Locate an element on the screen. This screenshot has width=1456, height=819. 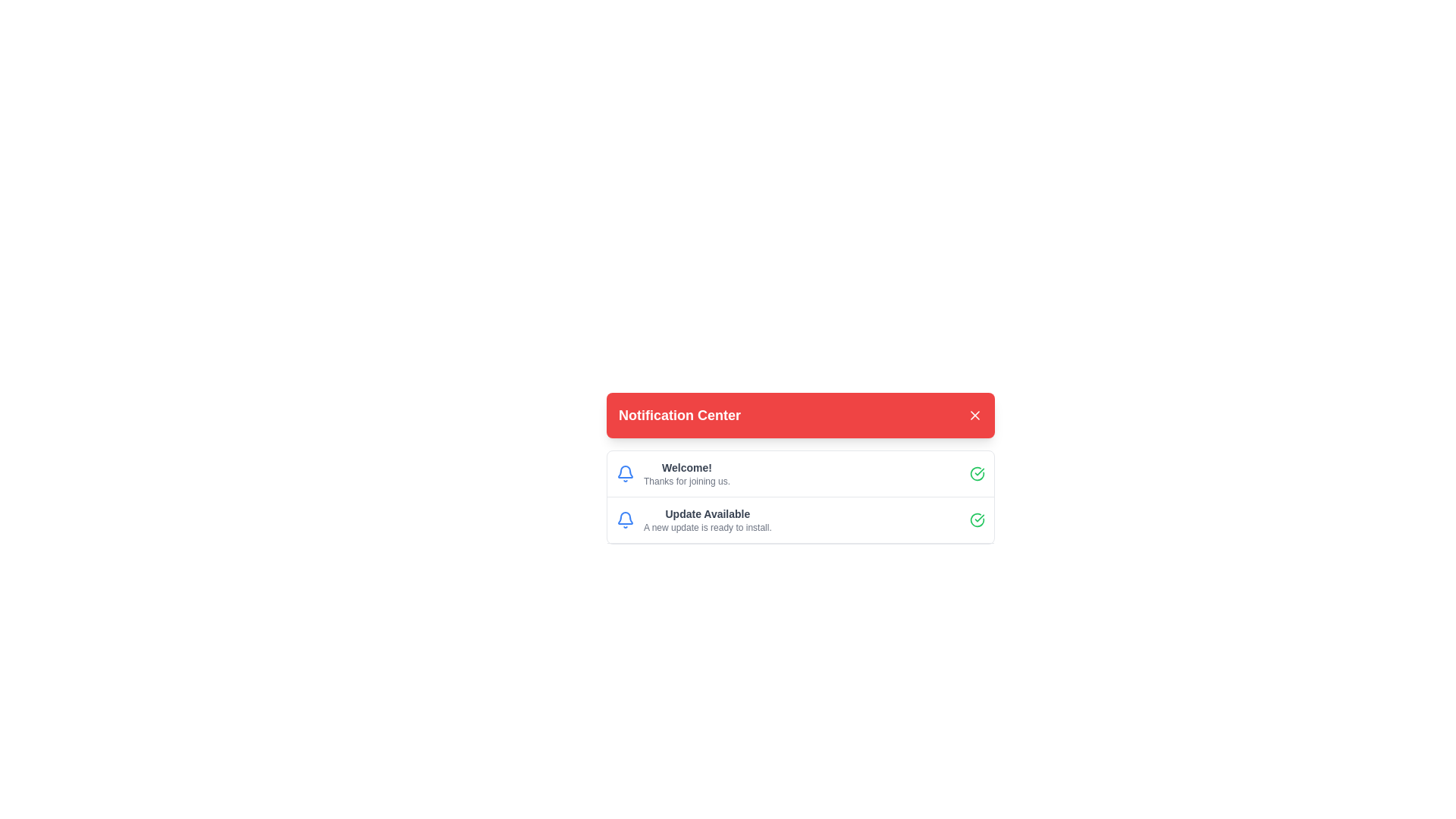
the Text Label providing additional context below the 'Welcome!' heading in the Notification Center is located at coordinates (686, 482).